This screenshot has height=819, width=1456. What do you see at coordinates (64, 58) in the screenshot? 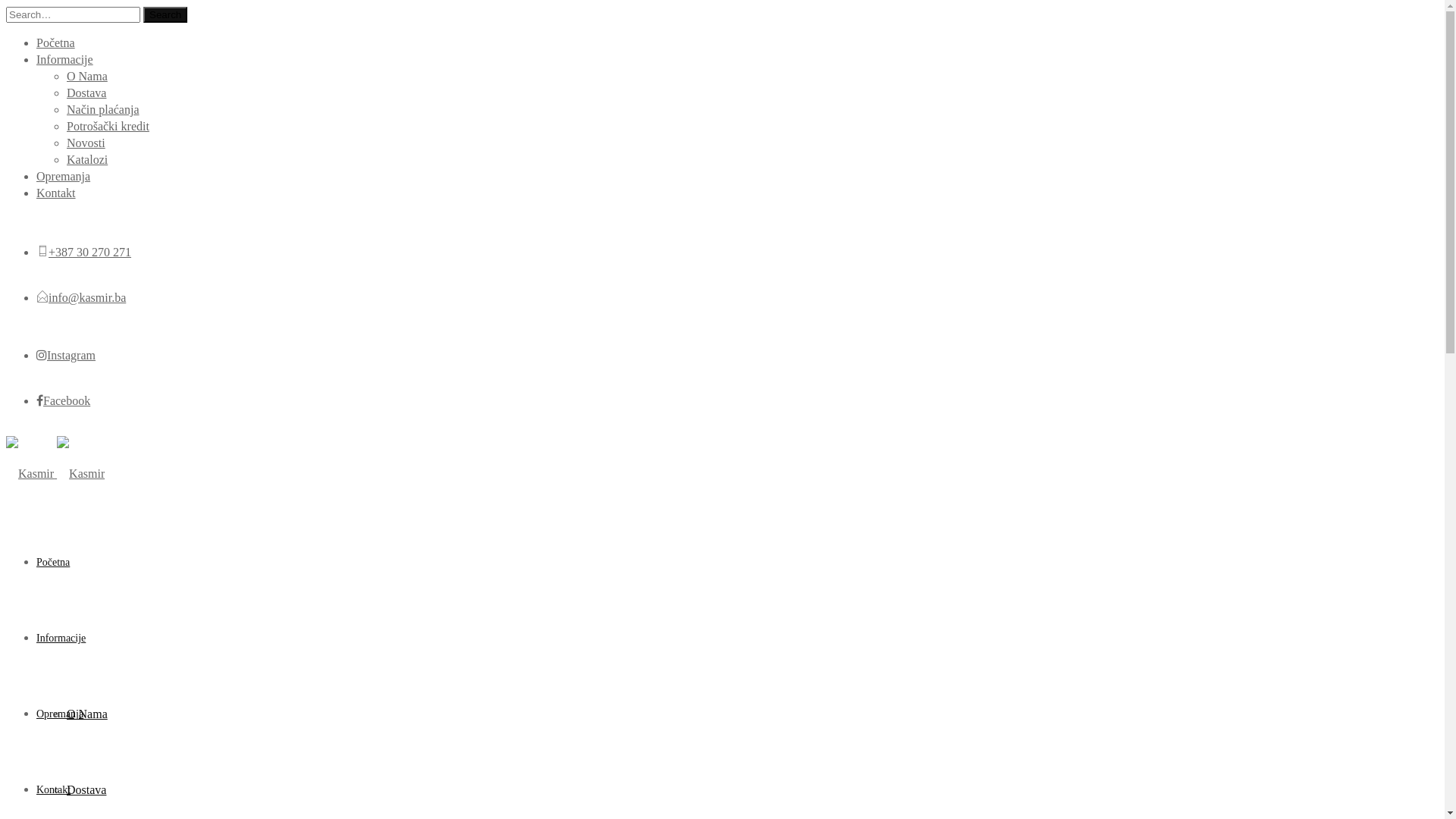
I see `'Informacije'` at bounding box center [64, 58].